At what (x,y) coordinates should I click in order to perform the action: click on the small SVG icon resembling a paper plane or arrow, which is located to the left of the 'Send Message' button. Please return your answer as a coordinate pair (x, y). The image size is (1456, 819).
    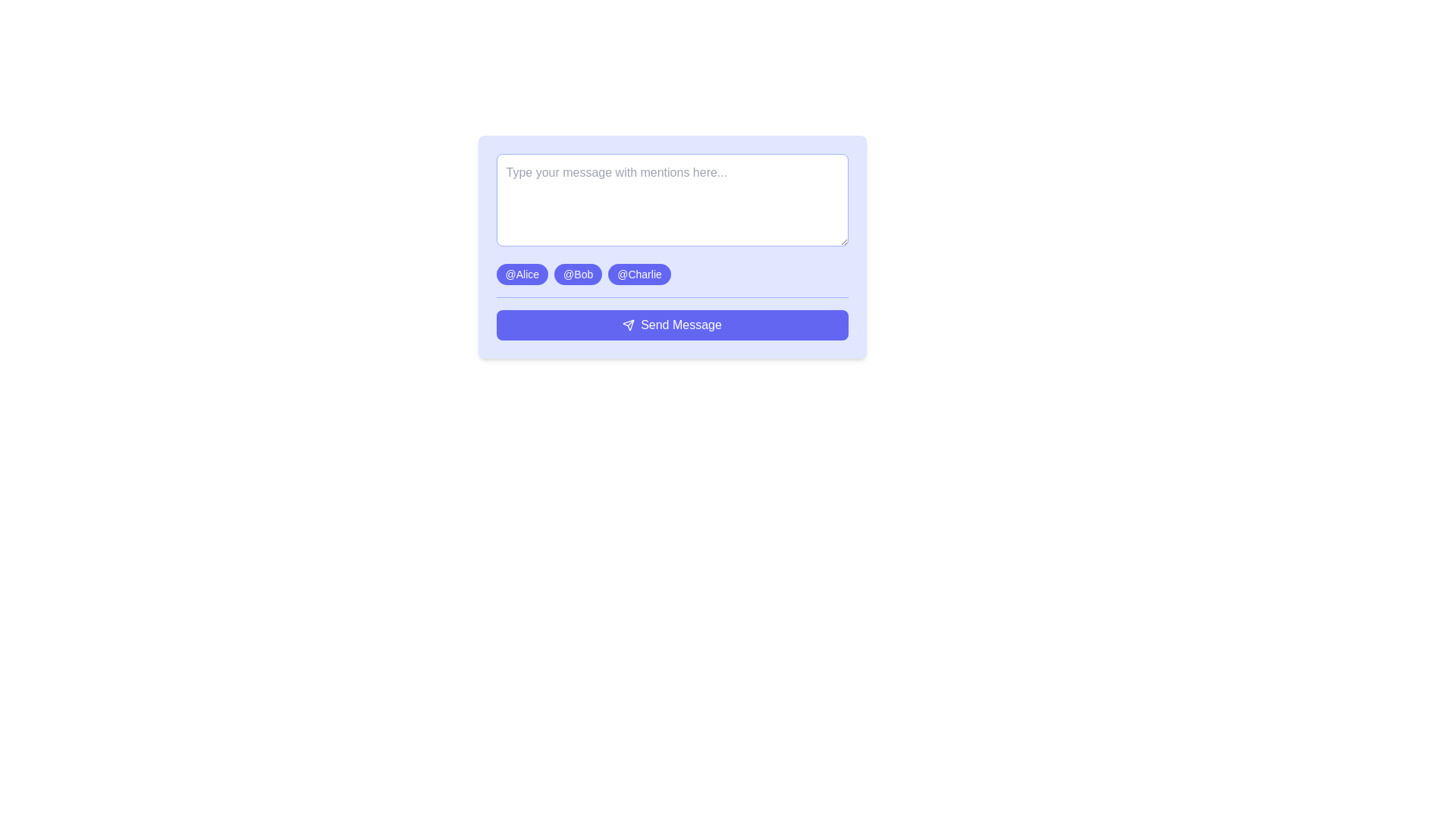
    Looking at the image, I should click on (629, 324).